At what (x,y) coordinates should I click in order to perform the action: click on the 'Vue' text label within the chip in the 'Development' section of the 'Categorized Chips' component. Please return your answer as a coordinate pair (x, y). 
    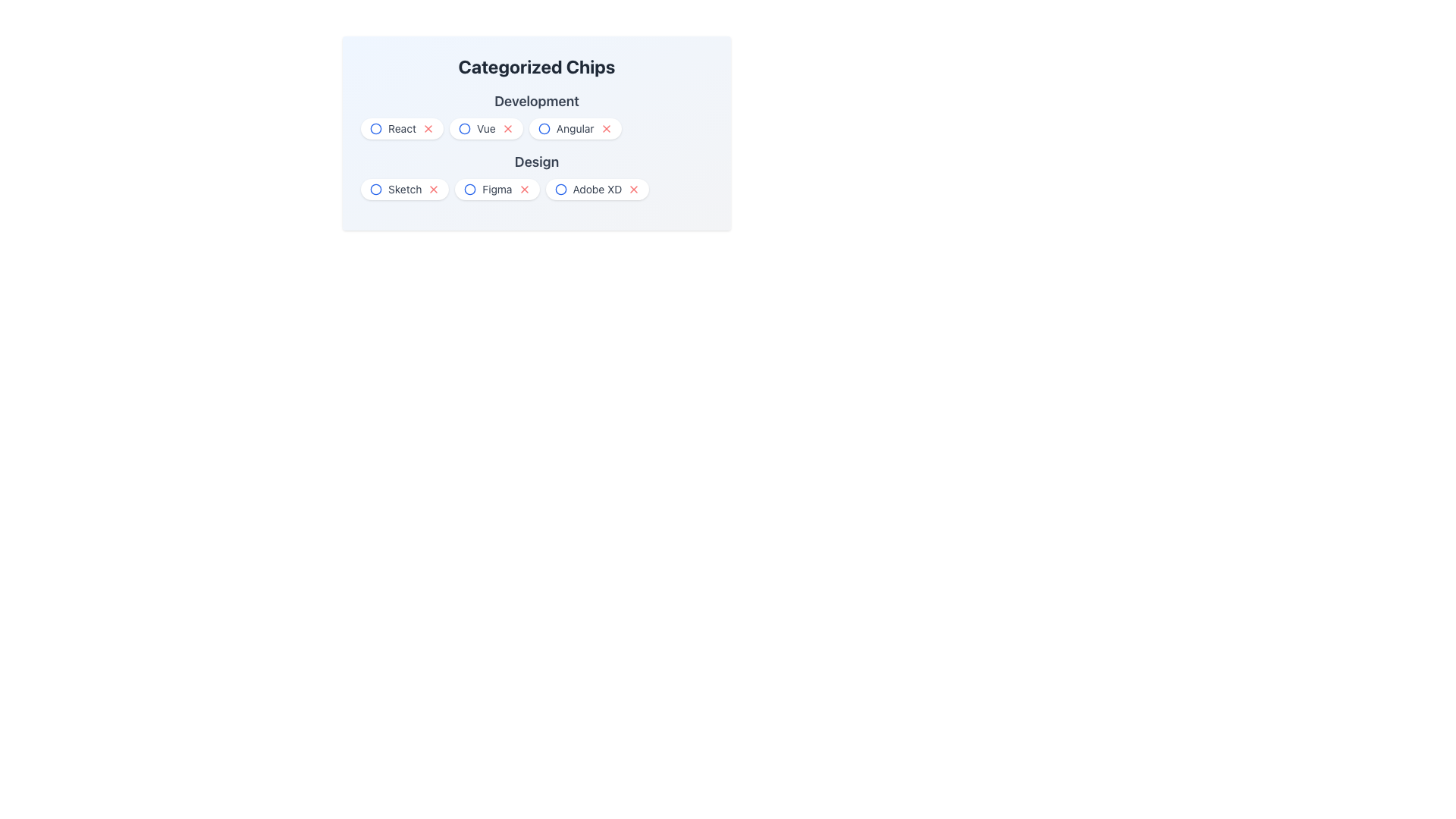
    Looking at the image, I should click on (486, 127).